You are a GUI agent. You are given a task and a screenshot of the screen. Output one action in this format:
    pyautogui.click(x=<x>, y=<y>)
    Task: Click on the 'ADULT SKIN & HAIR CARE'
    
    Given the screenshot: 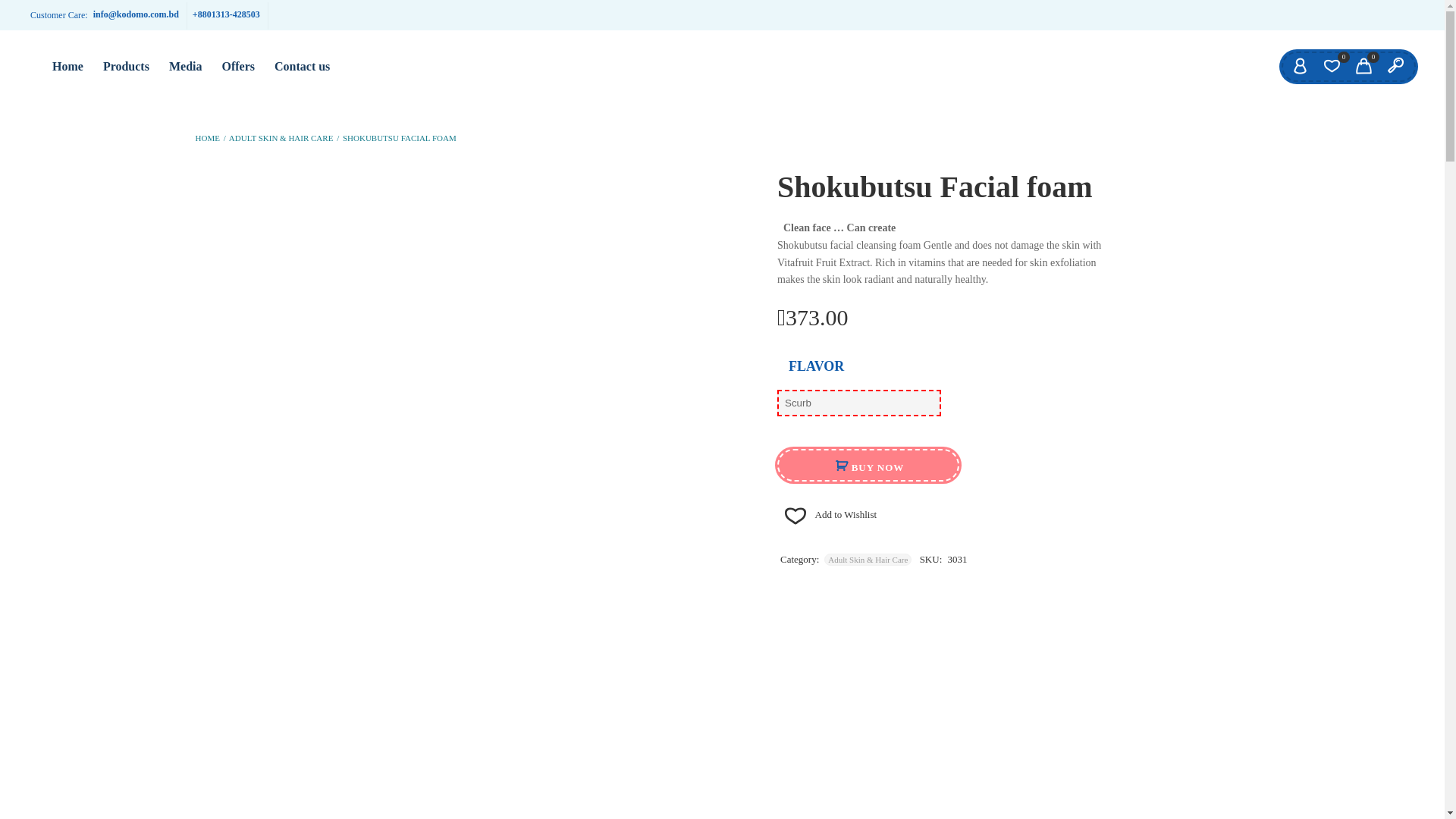 What is the action you would take?
    pyautogui.click(x=228, y=137)
    